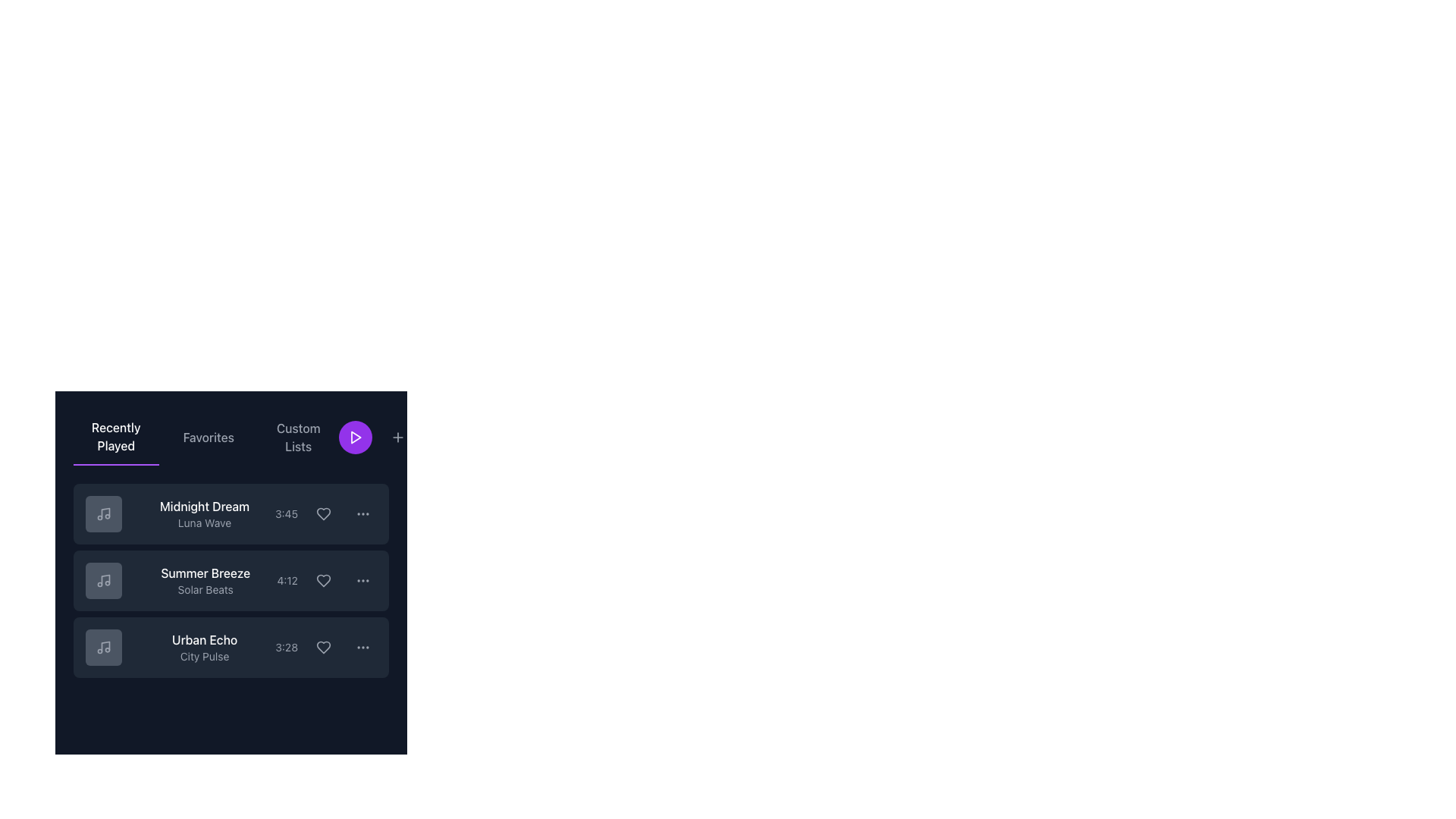 Image resolution: width=1456 pixels, height=819 pixels. What do you see at coordinates (323, 513) in the screenshot?
I see `the heart button to like the song 'Midnight Dream', located immediately to the right of the song title and duration, just before the ellipsis menu` at bounding box center [323, 513].